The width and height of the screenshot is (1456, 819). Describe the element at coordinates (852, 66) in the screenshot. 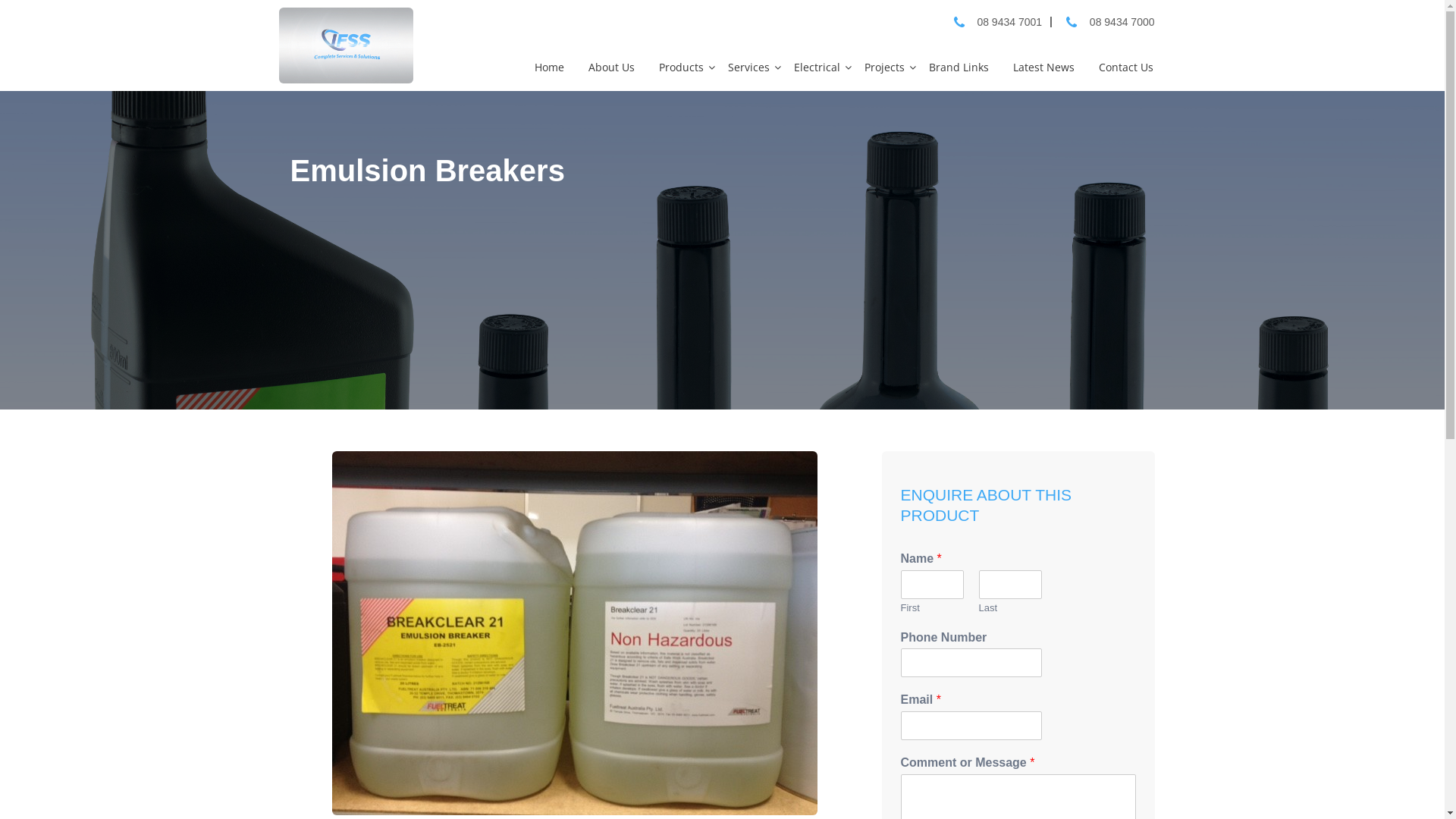

I see `'Projects'` at that location.